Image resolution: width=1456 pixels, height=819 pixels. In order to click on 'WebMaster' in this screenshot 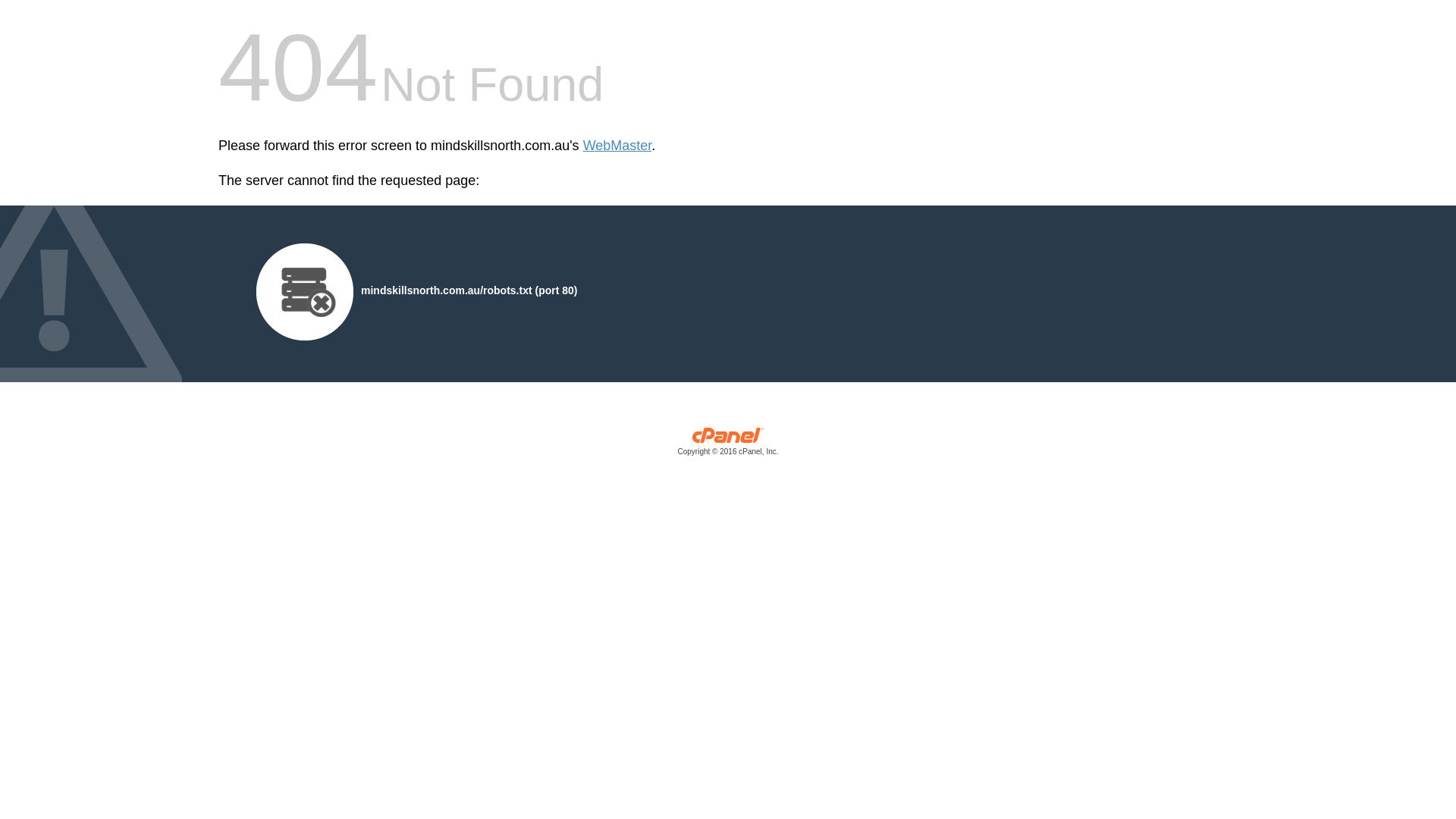, I will do `click(582, 146)`.